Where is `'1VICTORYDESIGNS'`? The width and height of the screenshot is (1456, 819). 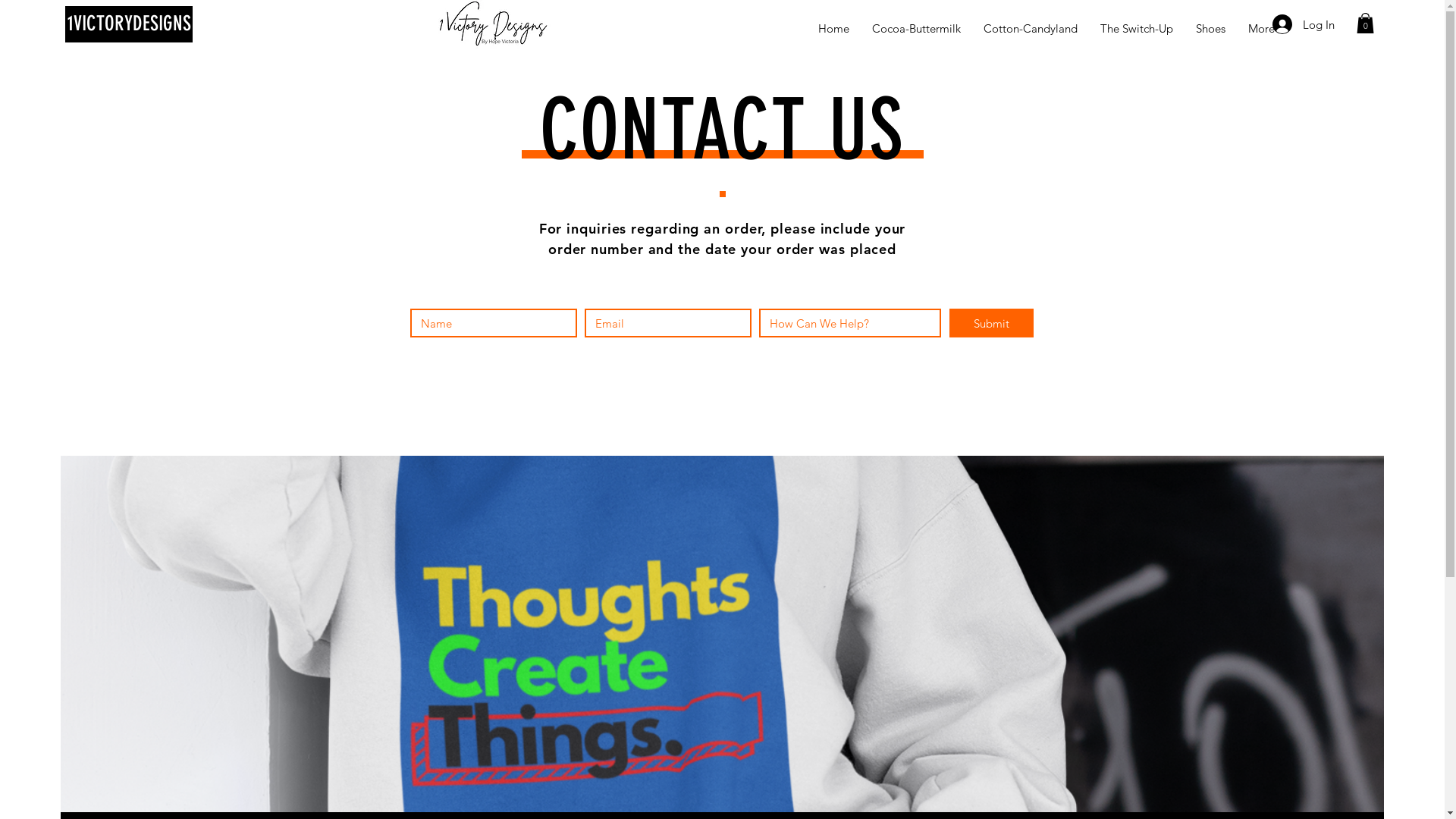
'1VICTORYDESIGNS' is located at coordinates (128, 24).